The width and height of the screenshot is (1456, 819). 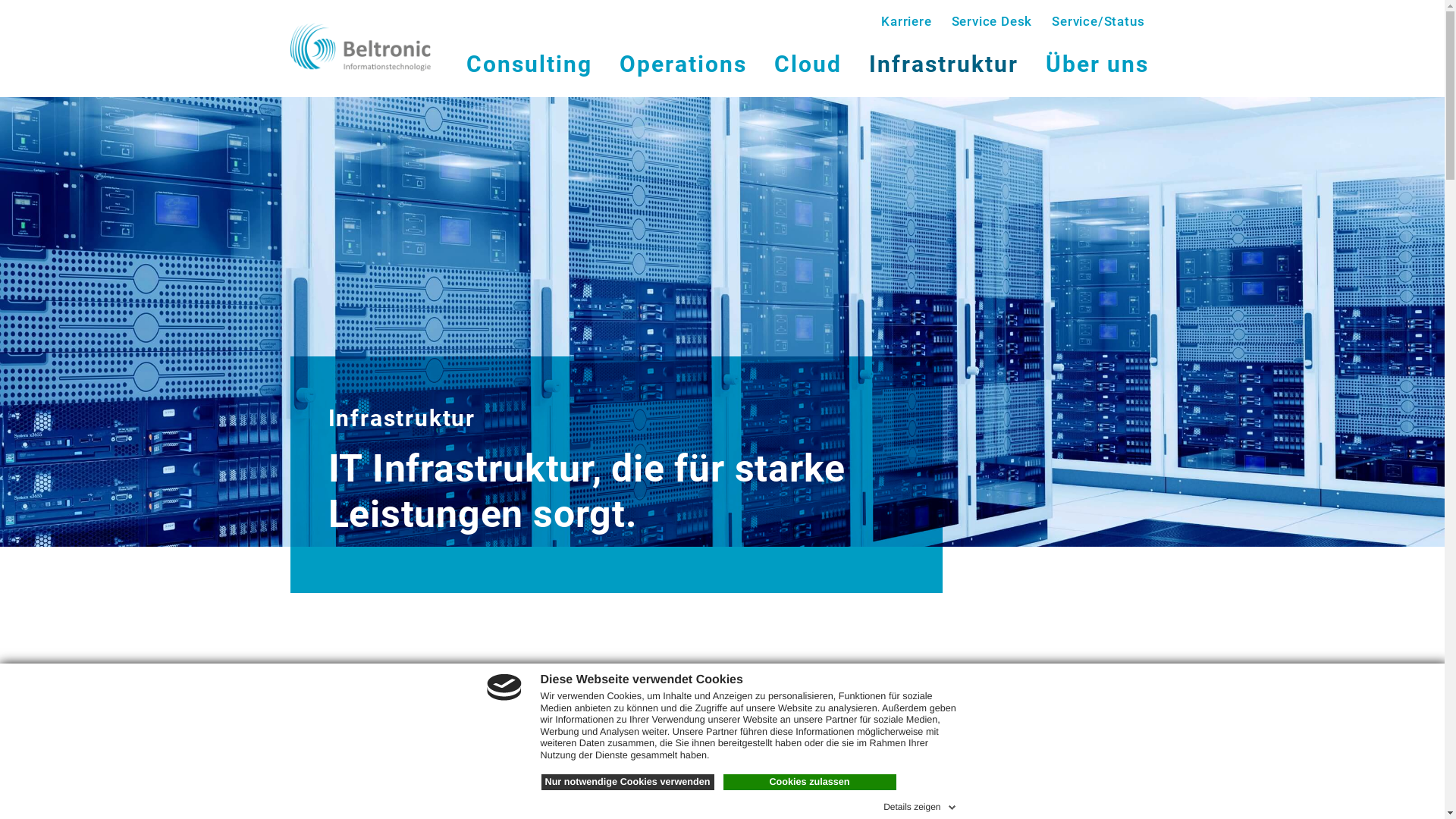 I want to click on 'Details zeigen', so click(x=883, y=803).